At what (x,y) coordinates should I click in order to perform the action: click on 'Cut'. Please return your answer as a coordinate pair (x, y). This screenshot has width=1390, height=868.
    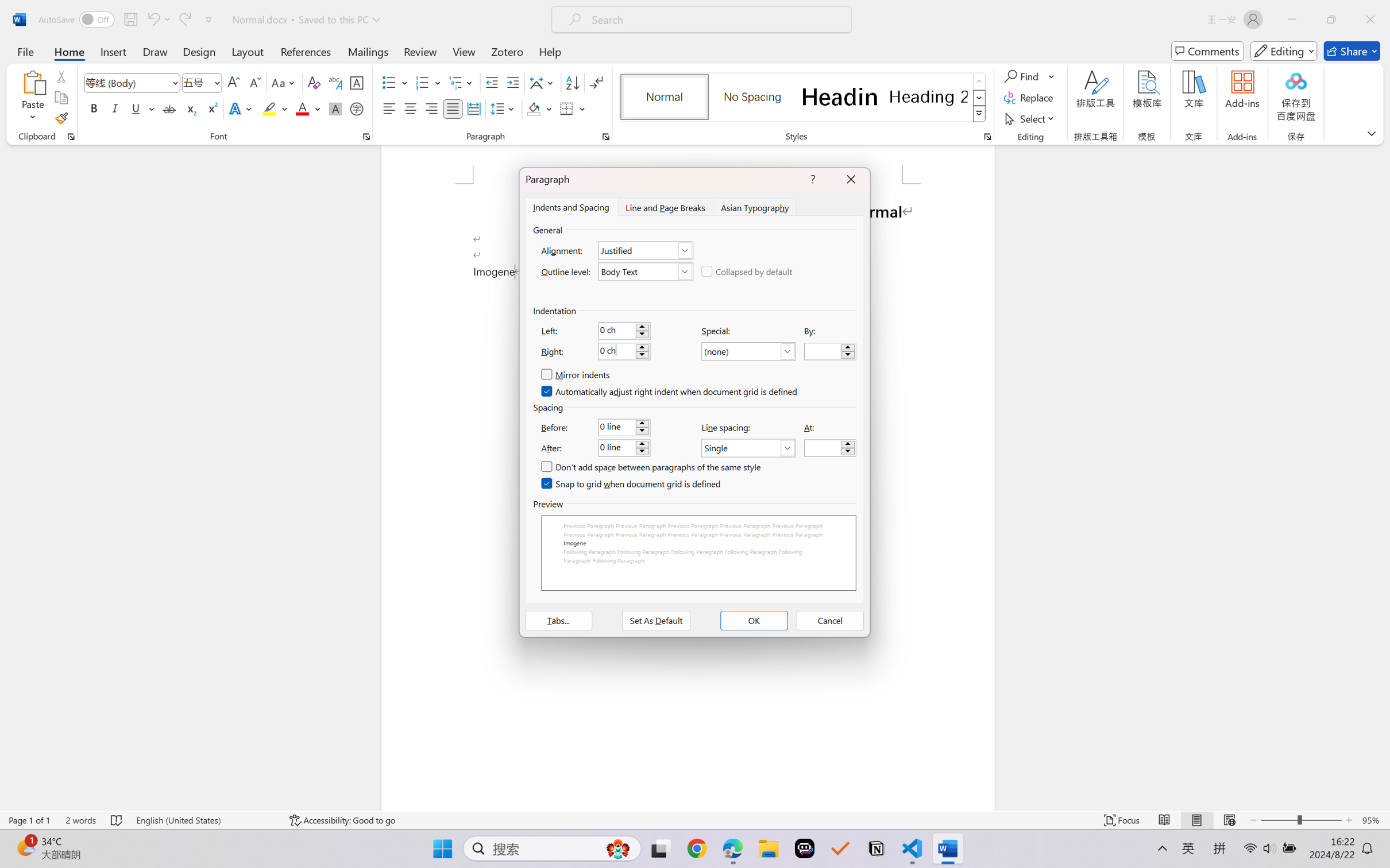
    Looking at the image, I should click on (60, 75).